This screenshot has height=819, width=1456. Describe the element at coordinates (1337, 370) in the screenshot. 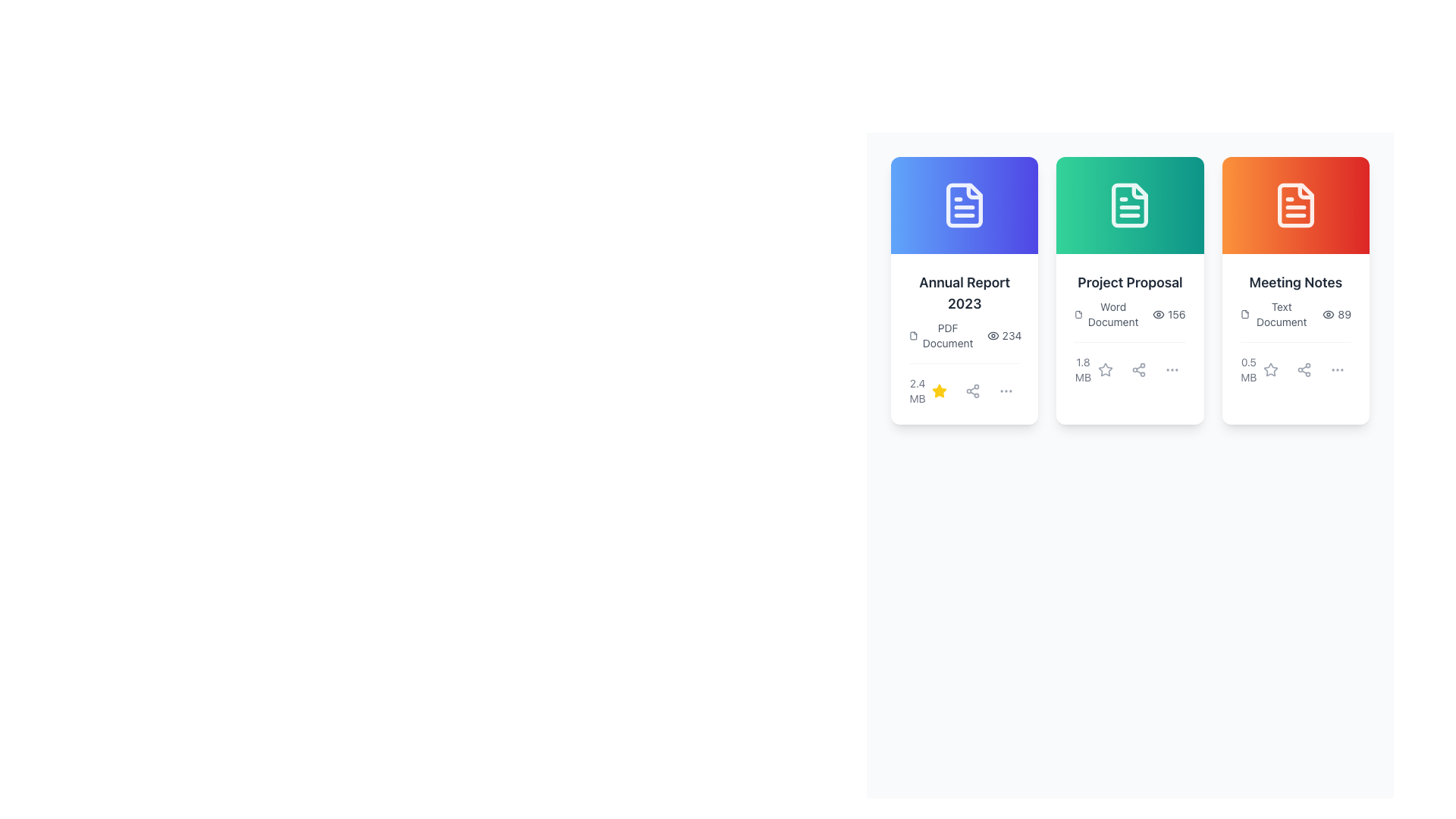

I see `the circular icon button with three gray dots located at the bottom-right corner of the 'Meeting Notes' card` at that location.